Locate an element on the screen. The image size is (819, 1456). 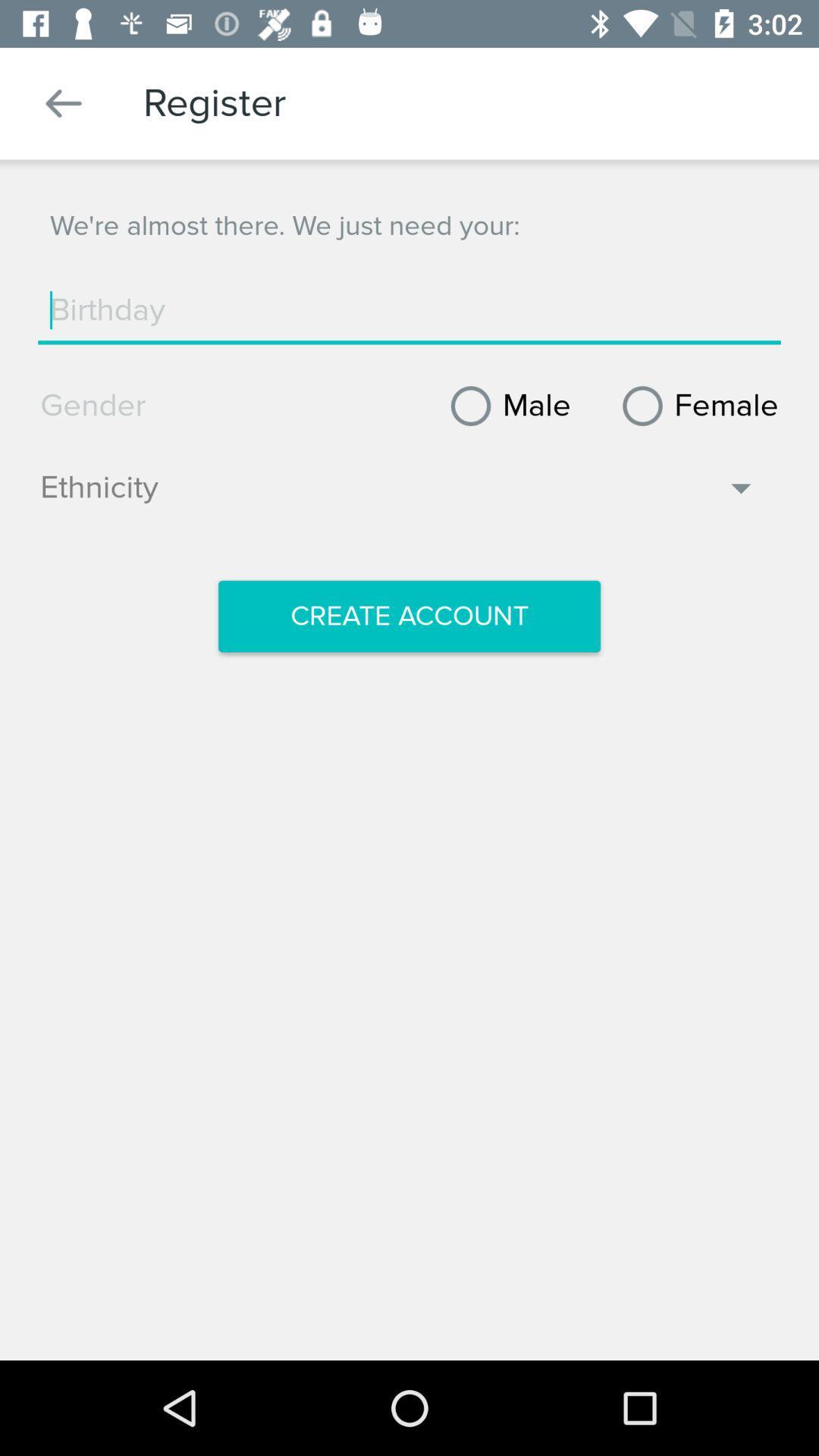
the birthday is located at coordinates (409, 309).